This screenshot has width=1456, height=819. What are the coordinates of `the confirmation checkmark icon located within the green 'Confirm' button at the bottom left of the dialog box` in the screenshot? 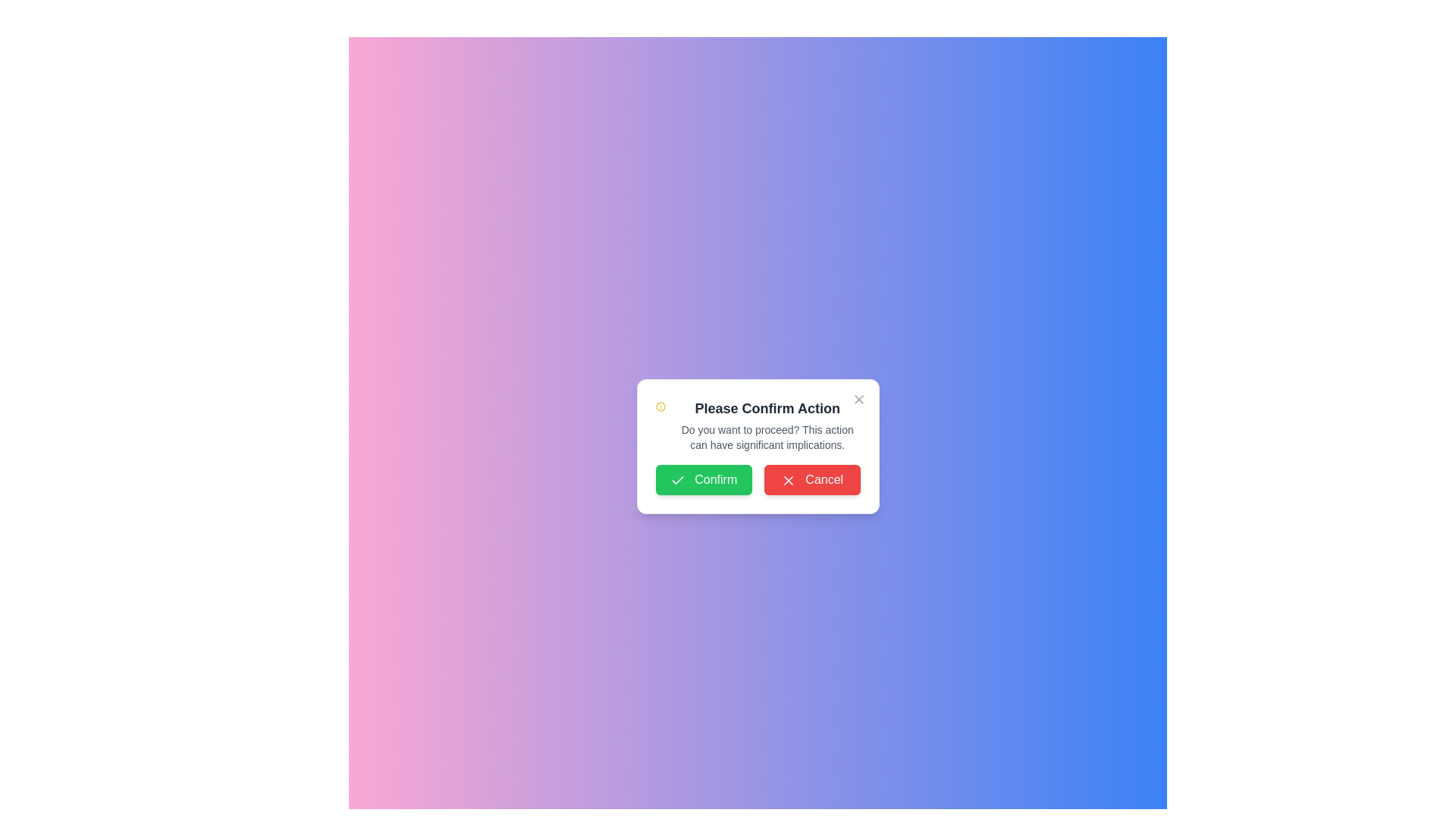 It's located at (676, 480).